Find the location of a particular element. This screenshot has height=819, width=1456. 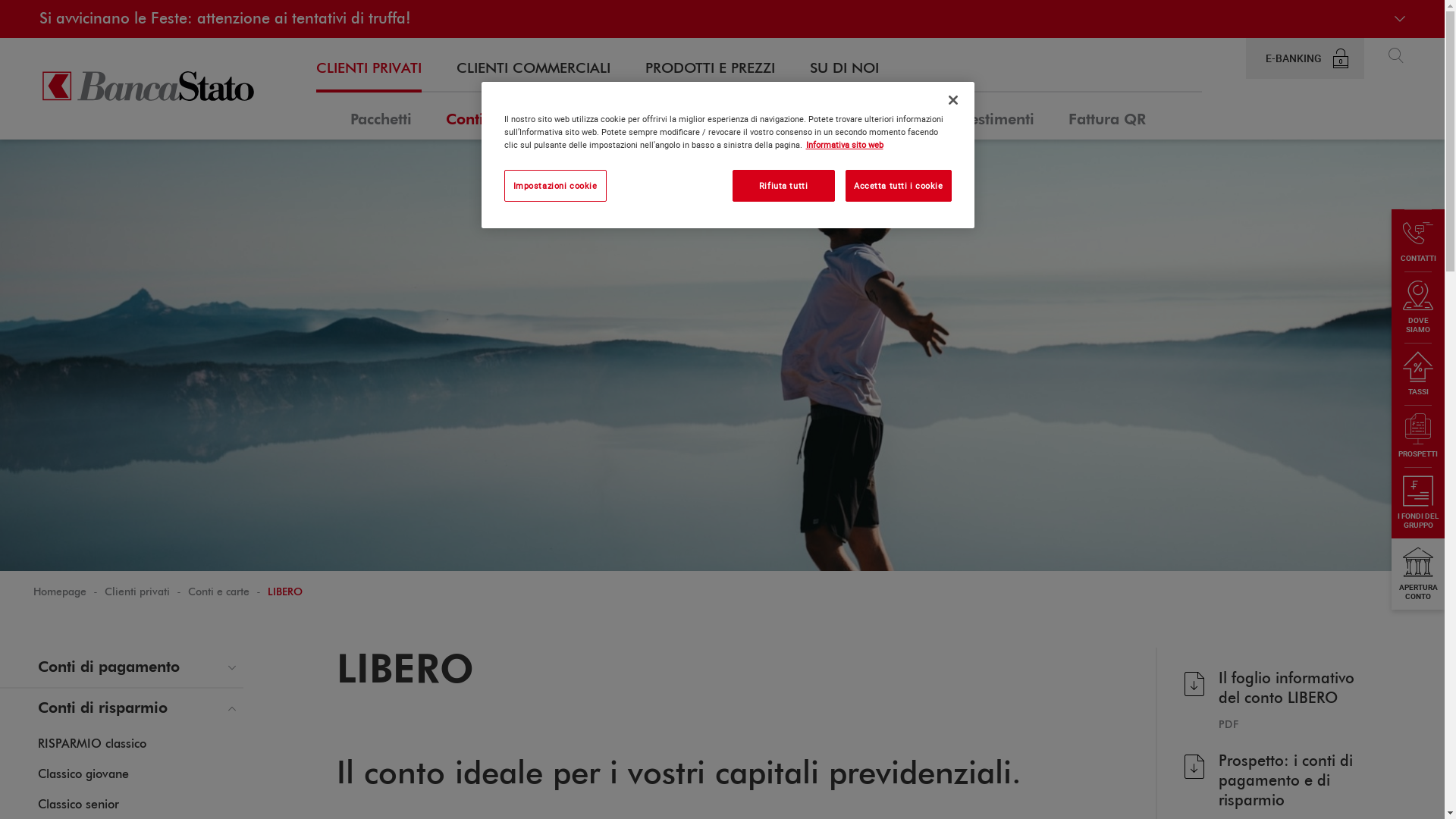

'CONTATTI' is located at coordinates (1417, 239).